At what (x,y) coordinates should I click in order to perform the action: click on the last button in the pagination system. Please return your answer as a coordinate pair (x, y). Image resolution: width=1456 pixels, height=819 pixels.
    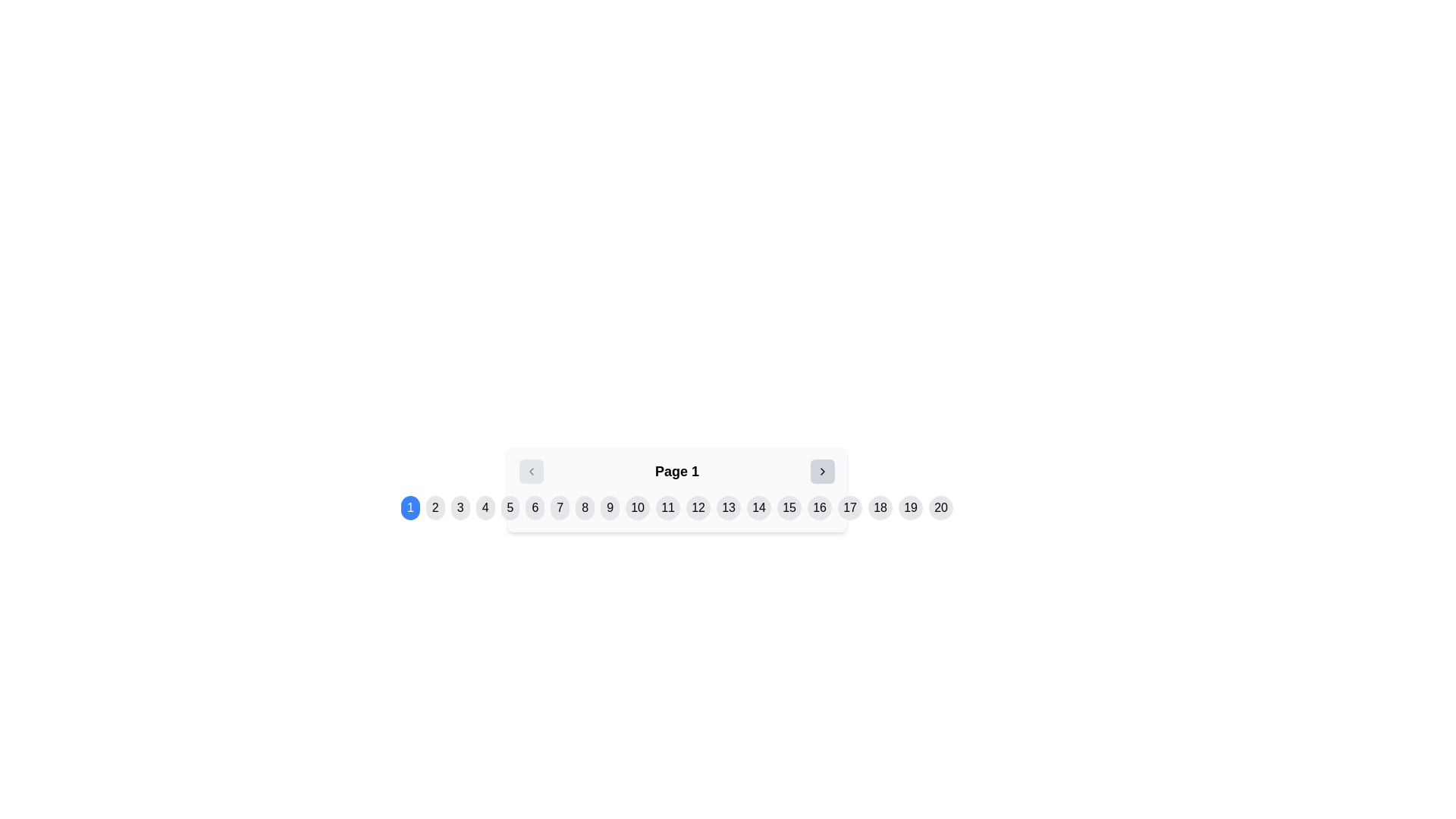
    Looking at the image, I should click on (940, 508).